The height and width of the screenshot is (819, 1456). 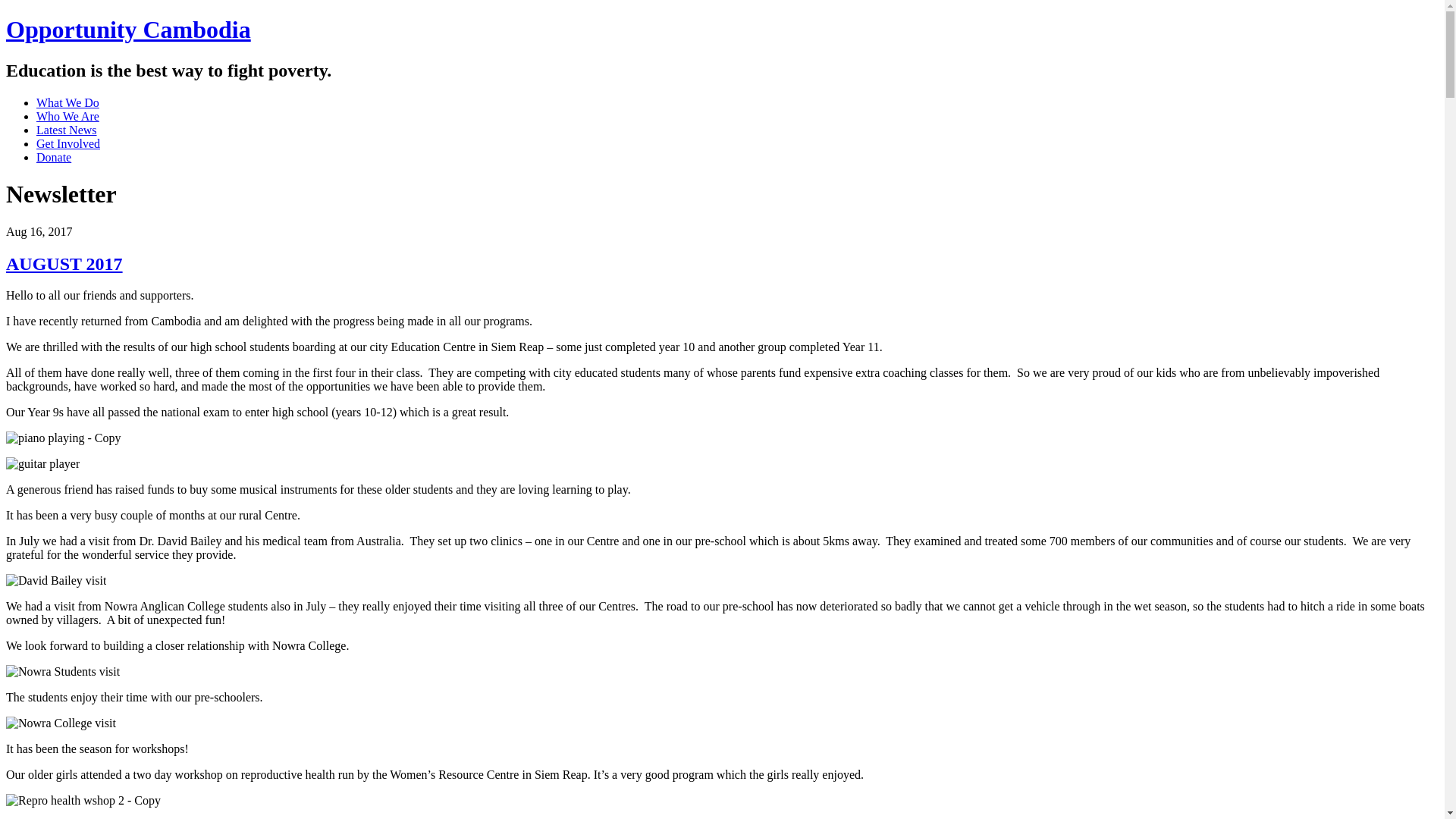 What do you see at coordinates (67, 143) in the screenshot?
I see `'Get Involved'` at bounding box center [67, 143].